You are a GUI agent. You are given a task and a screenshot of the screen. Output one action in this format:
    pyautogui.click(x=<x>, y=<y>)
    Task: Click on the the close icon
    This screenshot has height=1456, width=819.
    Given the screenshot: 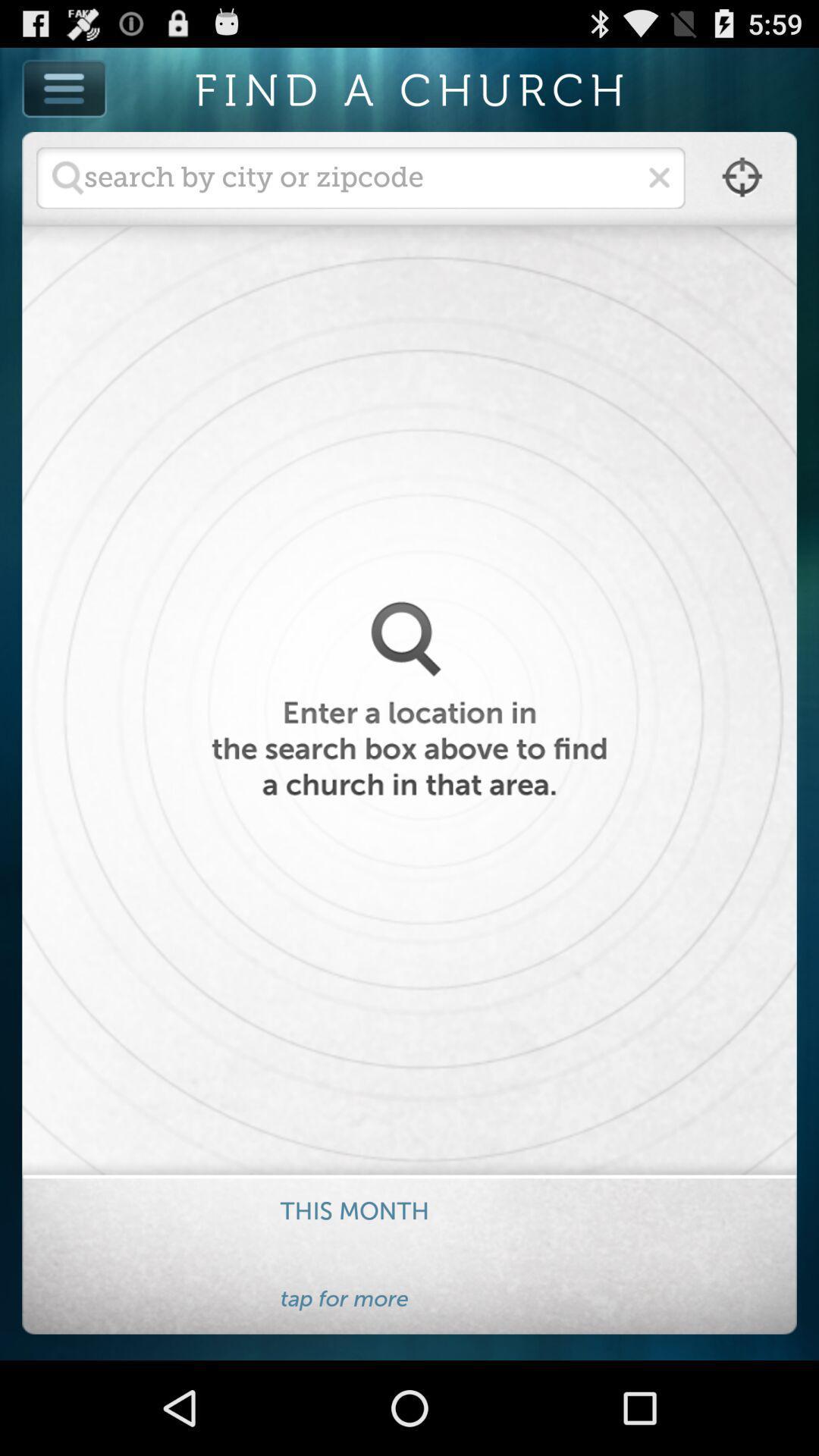 What is the action you would take?
    pyautogui.click(x=658, y=189)
    